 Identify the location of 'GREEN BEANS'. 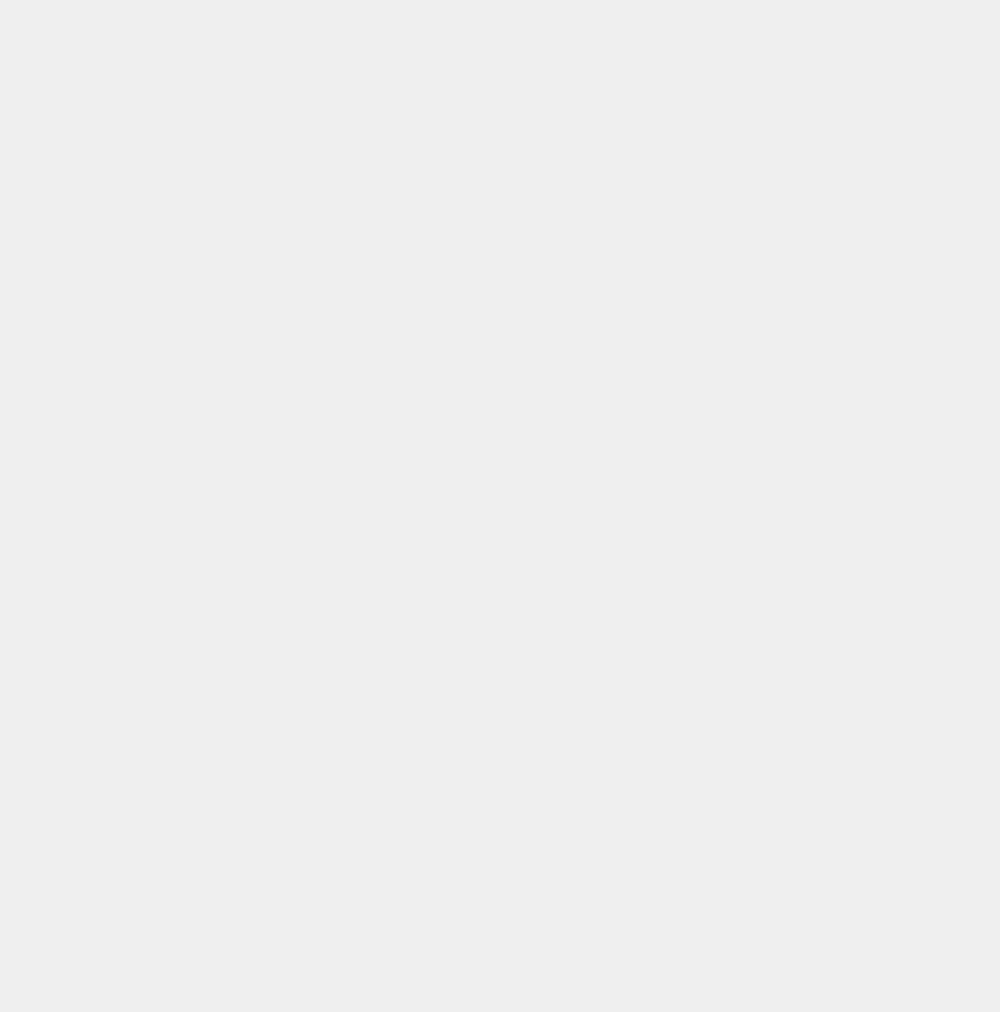
(79, 999).